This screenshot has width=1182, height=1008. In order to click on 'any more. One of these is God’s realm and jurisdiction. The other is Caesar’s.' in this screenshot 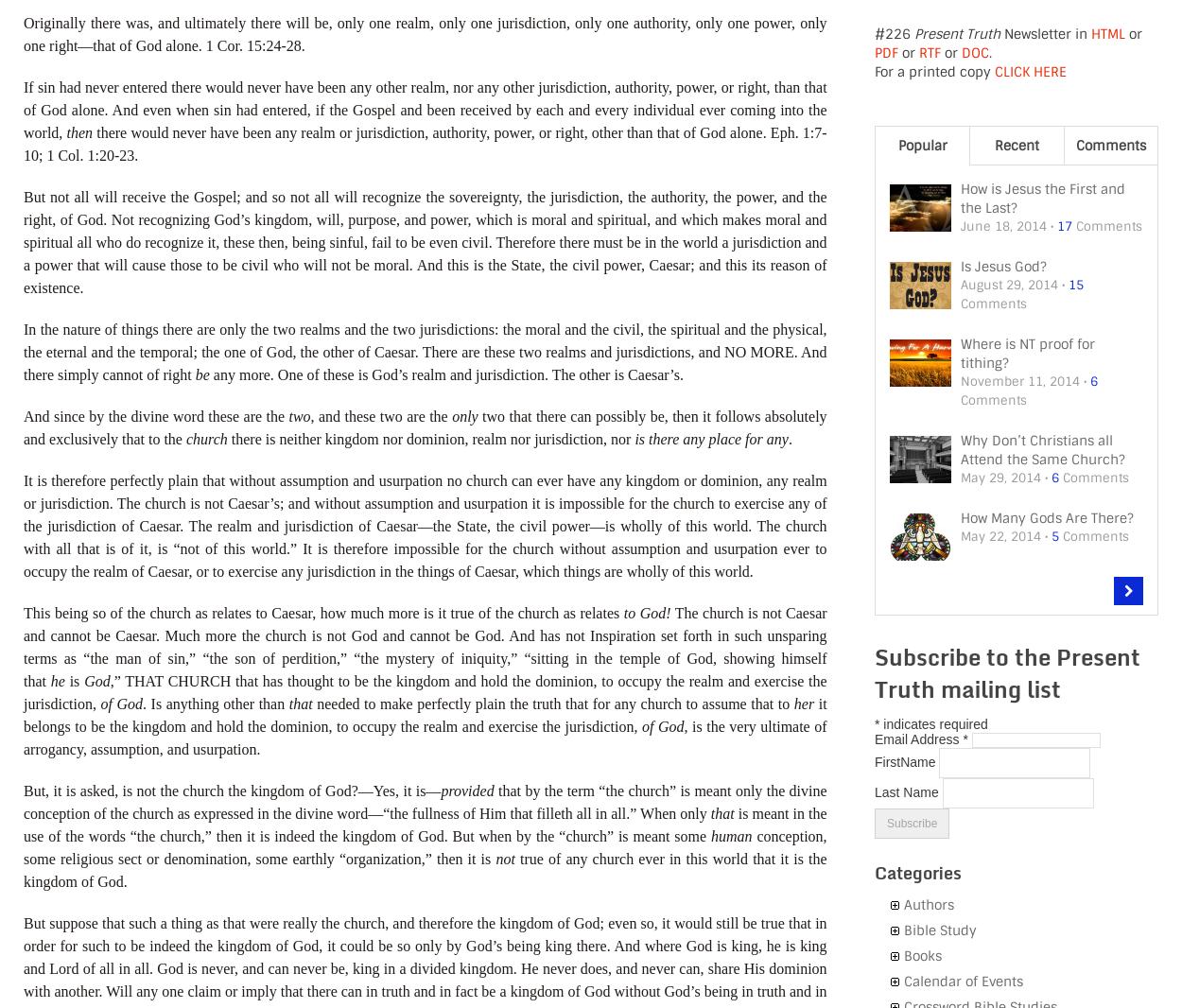, I will do `click(444, 374)`.